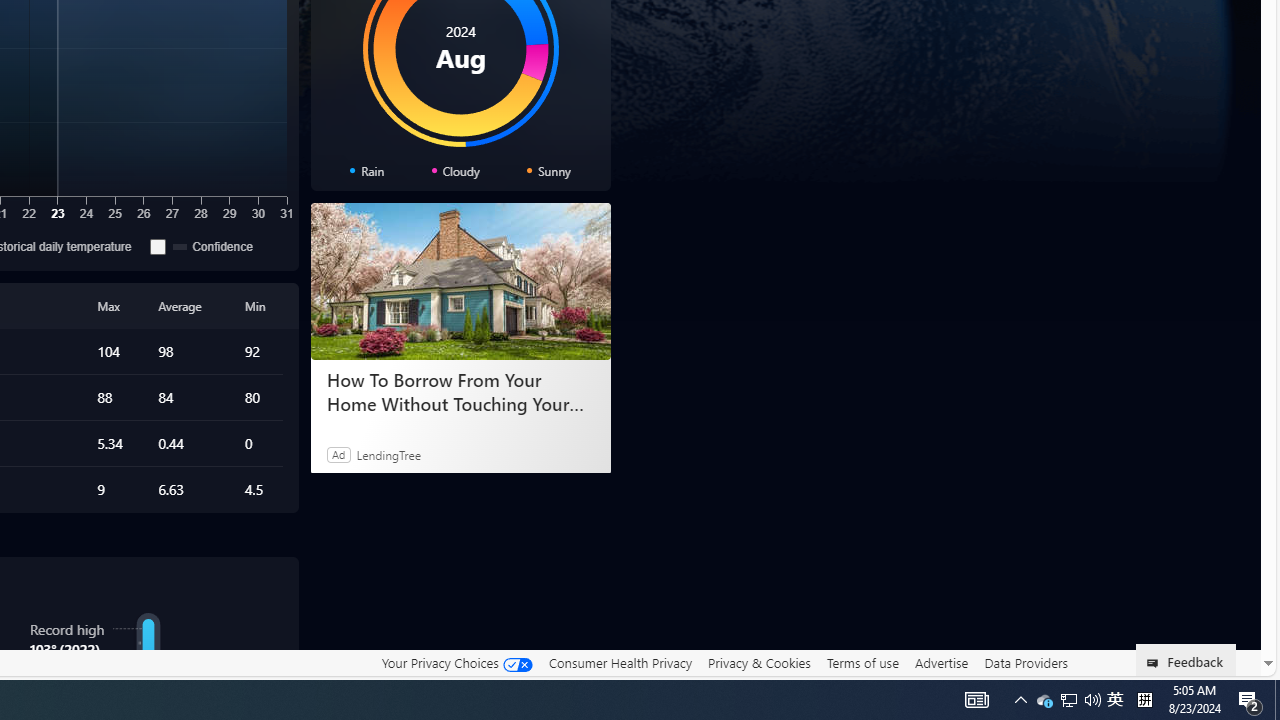 The image size is (1280, 720). What do you see at coordinates (157, 245) in the screenshot?
I see `'Confidence'` at bounding box center [157, 245].